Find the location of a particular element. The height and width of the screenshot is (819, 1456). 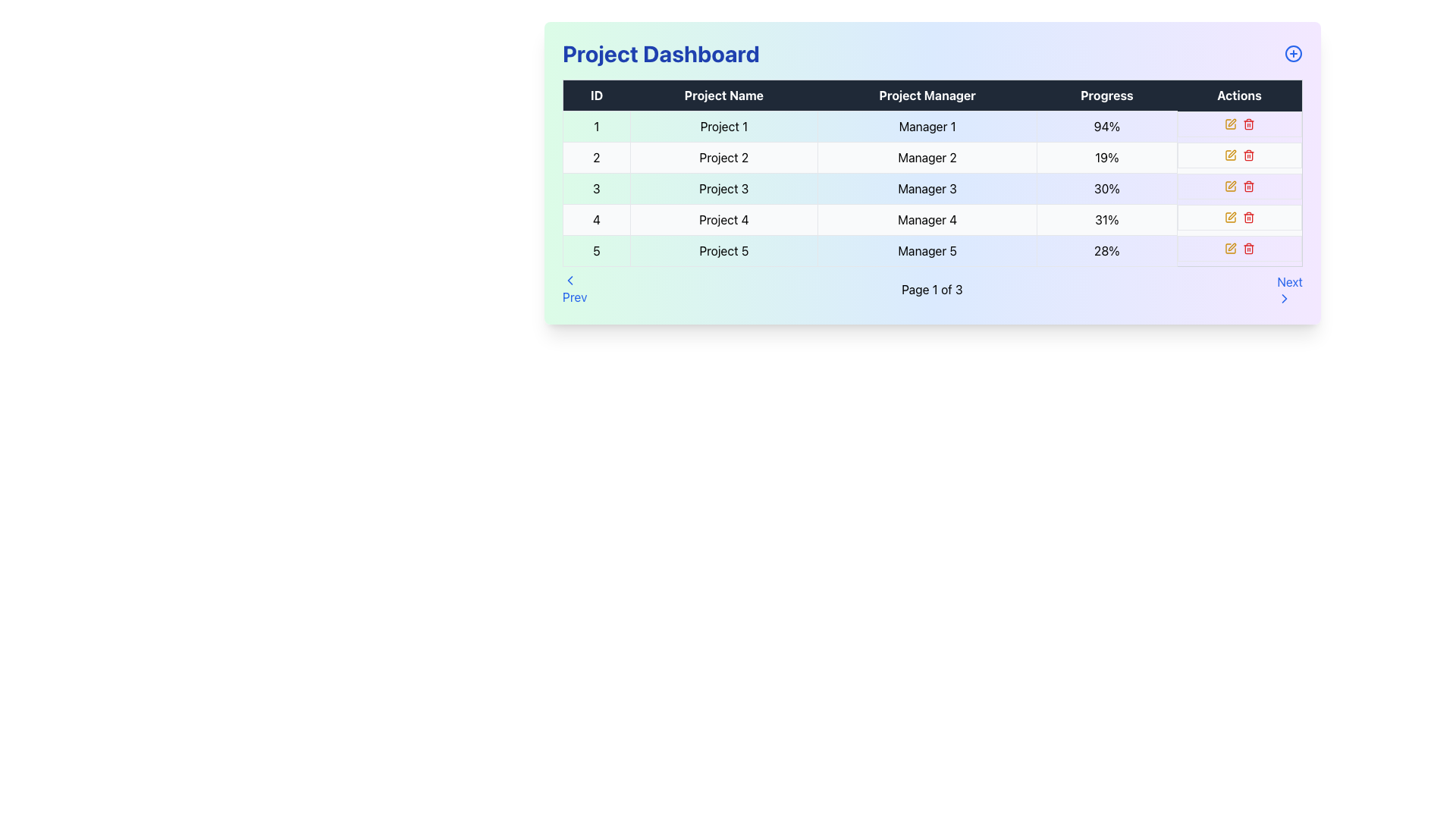

information of the column titles from the header row of the table, which includes 'ID', 'Project Name', 'Project Manager', 'Progress', and 'Actions' is located at coordinates (931, 96).